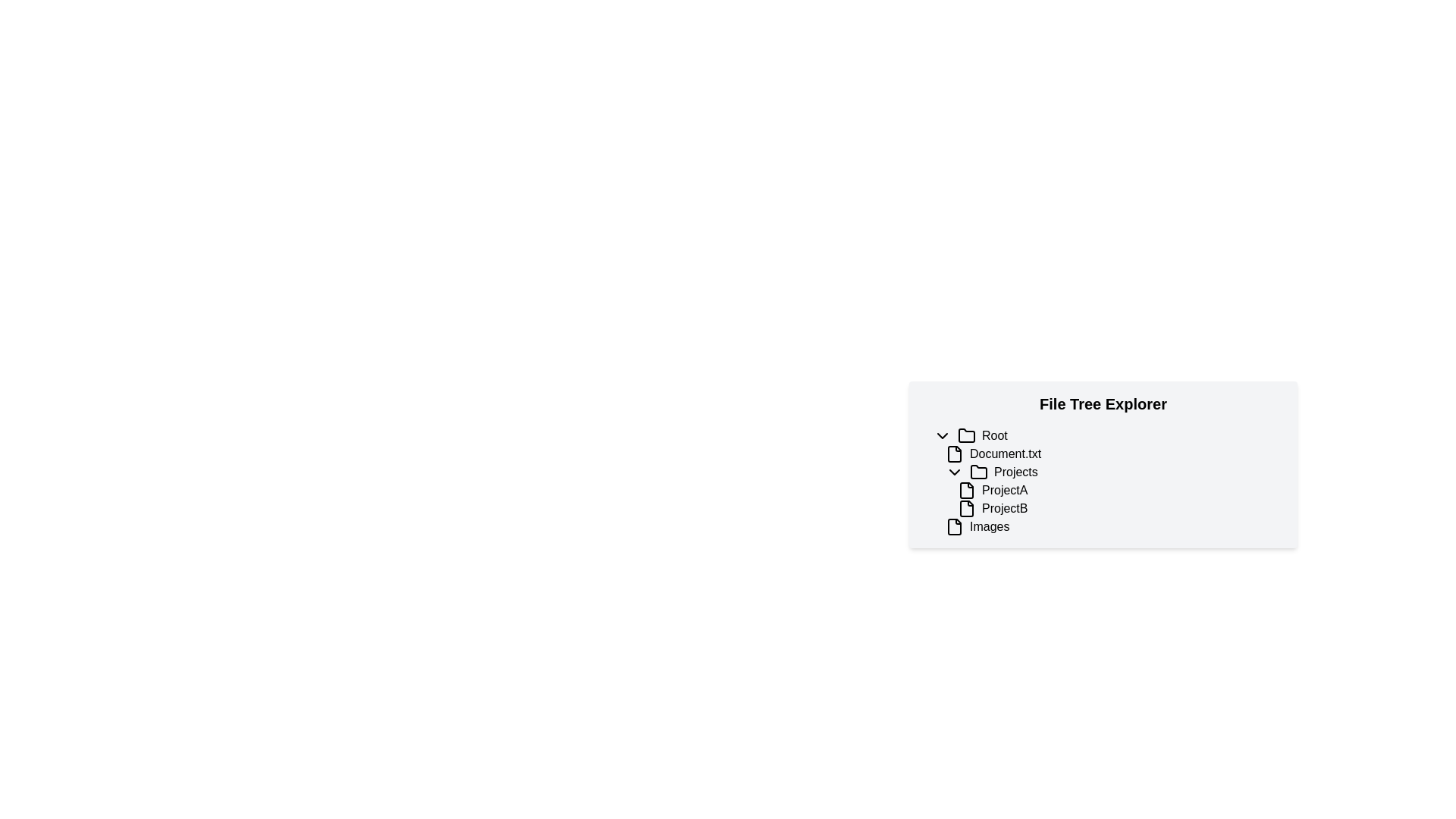 This screenshot has height=819, width=1456. I want to click on the down-pointing chevron icon located immediately to the left of the 'Projects' label in the file tree, so click(953, 472).